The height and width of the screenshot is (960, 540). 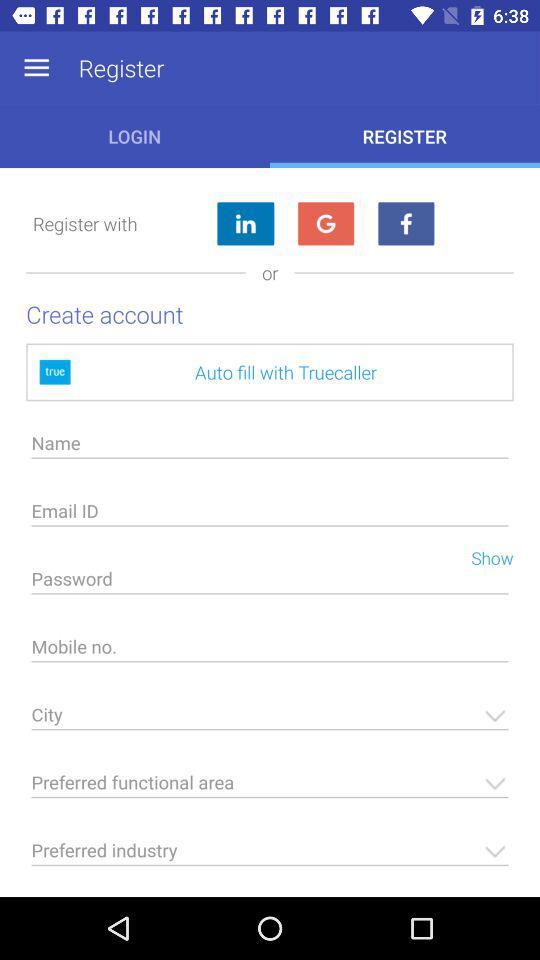 I want to click on password, so click(x=270, y=584).